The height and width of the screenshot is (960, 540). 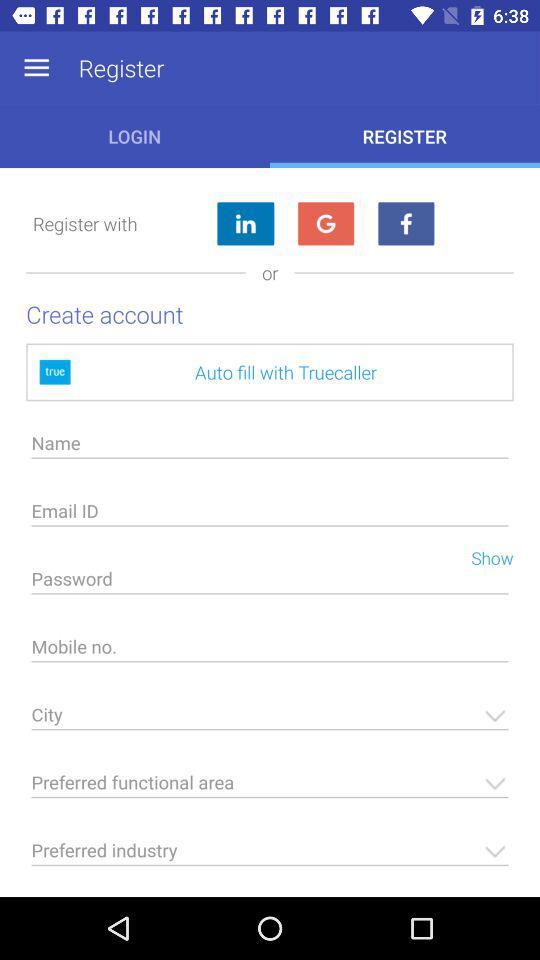 I want to click on password, so click(x=270, y=584).